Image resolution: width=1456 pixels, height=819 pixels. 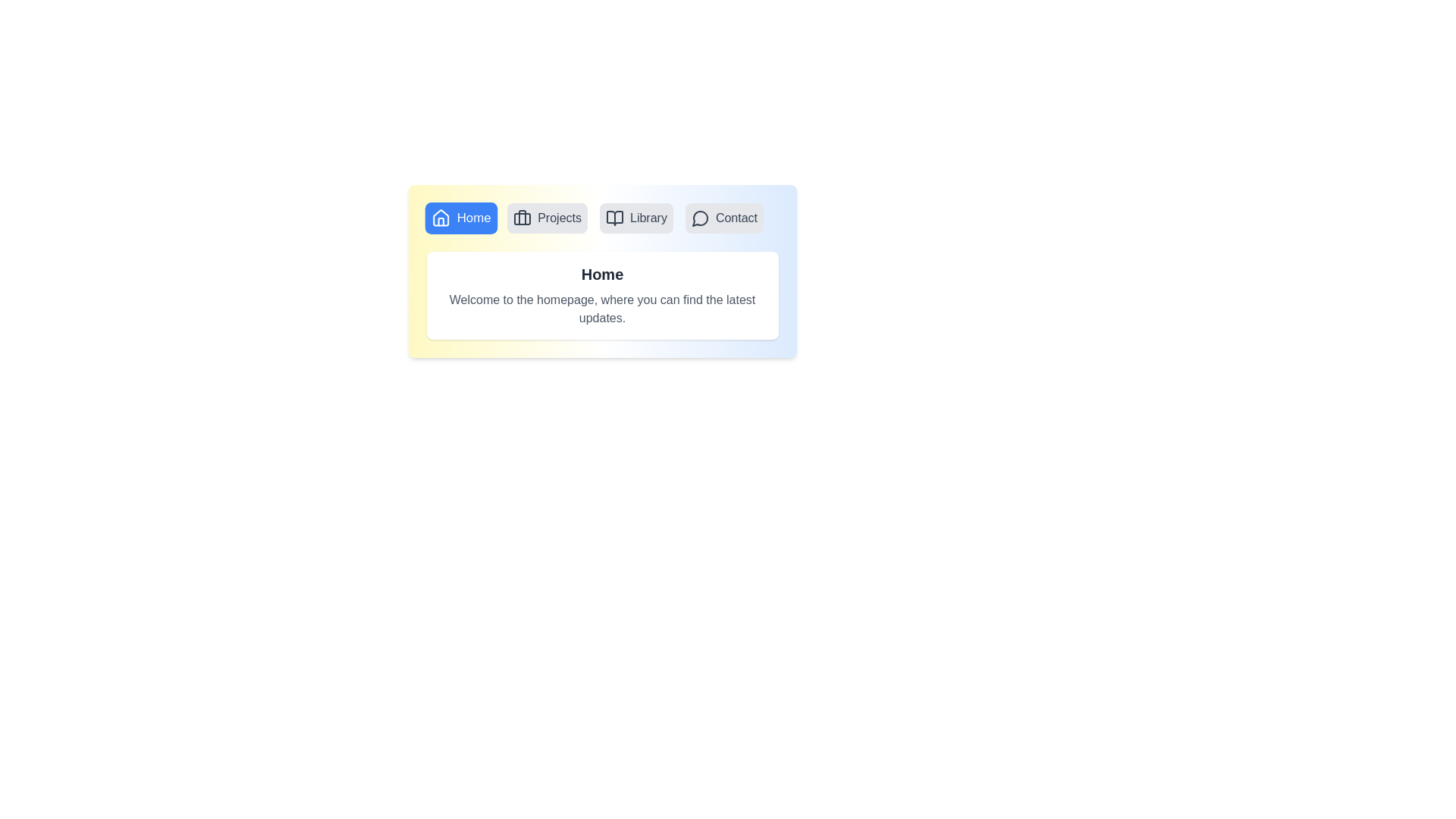 I want to click on the Library tab to view its content, so click(x=636, y=218).